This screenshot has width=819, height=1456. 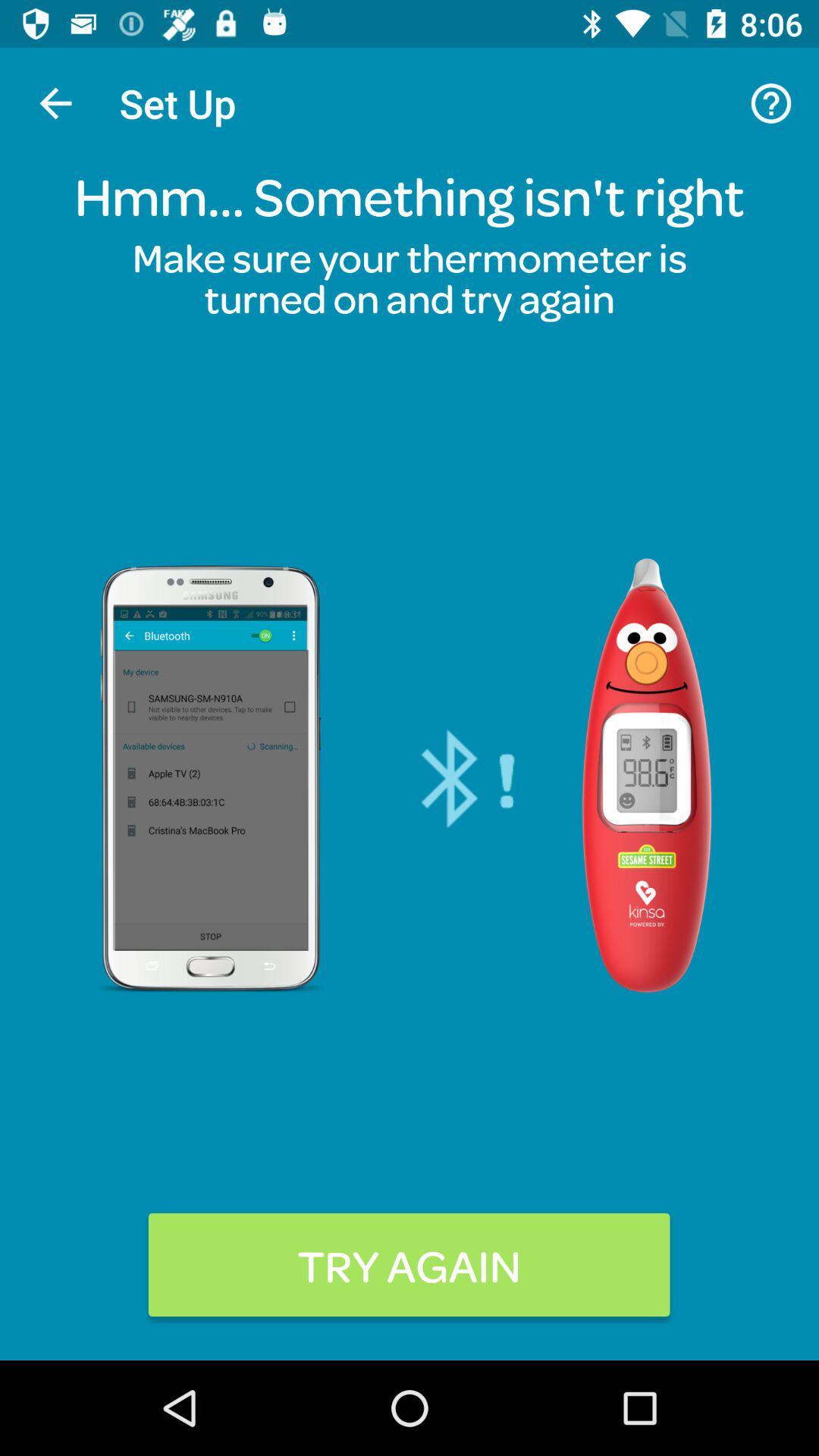 I want to click on item at the top right corner, so click(x=771, y=102).